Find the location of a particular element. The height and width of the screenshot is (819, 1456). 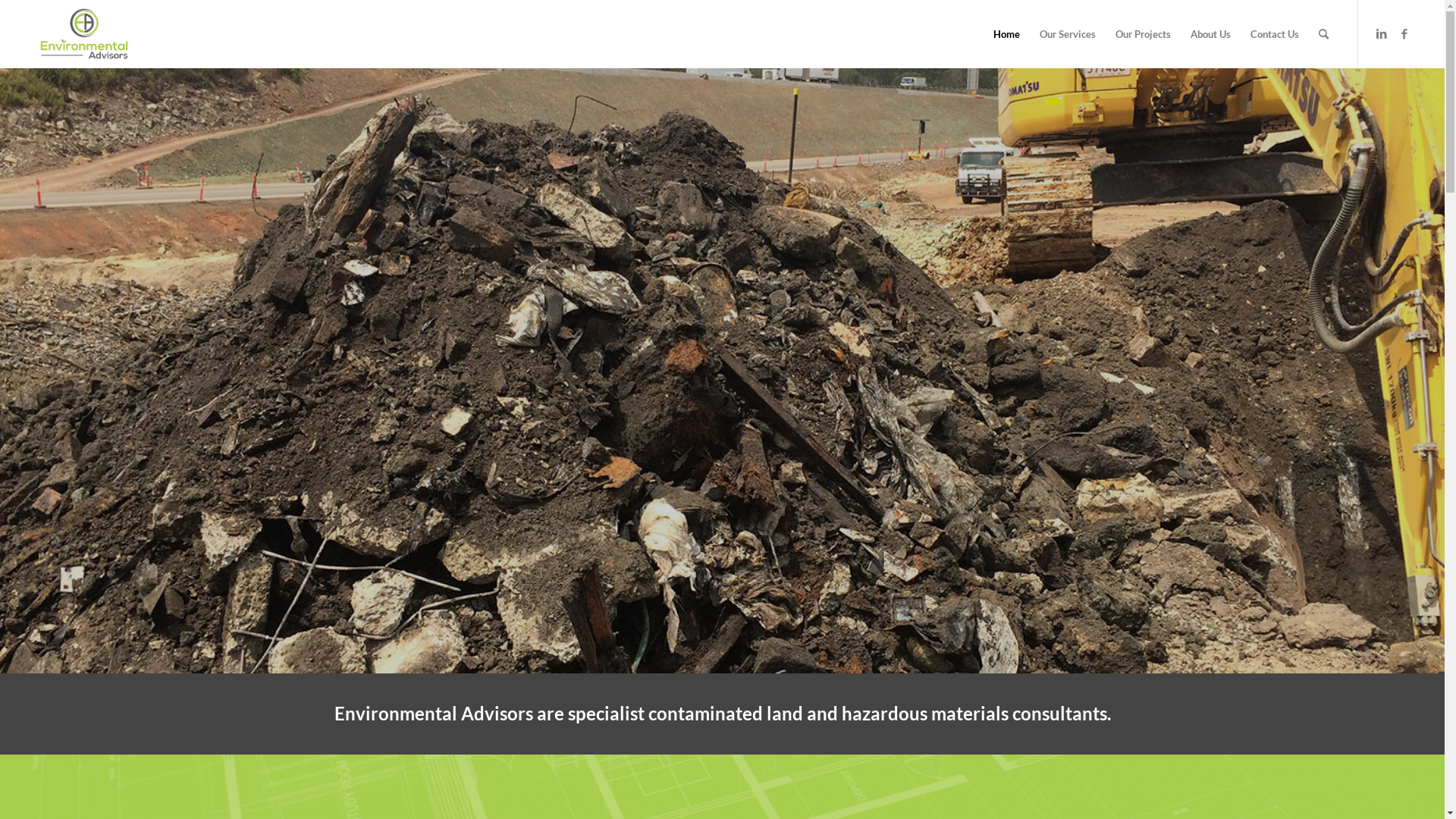

'Home' is located at coordinates (1006, 34).